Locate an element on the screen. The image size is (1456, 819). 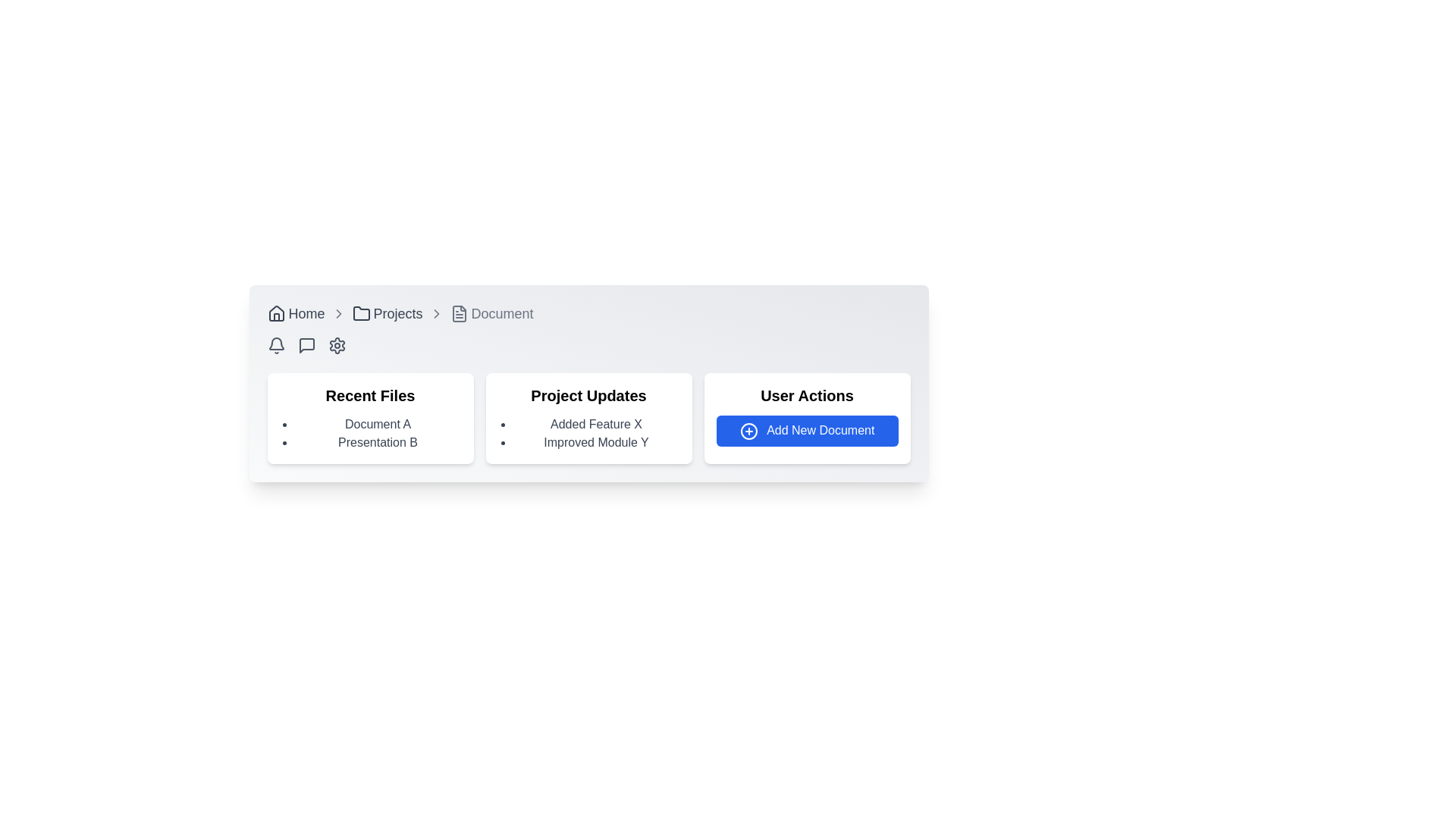
the 'Document' breadcrumb link, which is the third item in the breadcrumb navigation bar, located to the right of 'Projects' is located at coordinates (491, 312).